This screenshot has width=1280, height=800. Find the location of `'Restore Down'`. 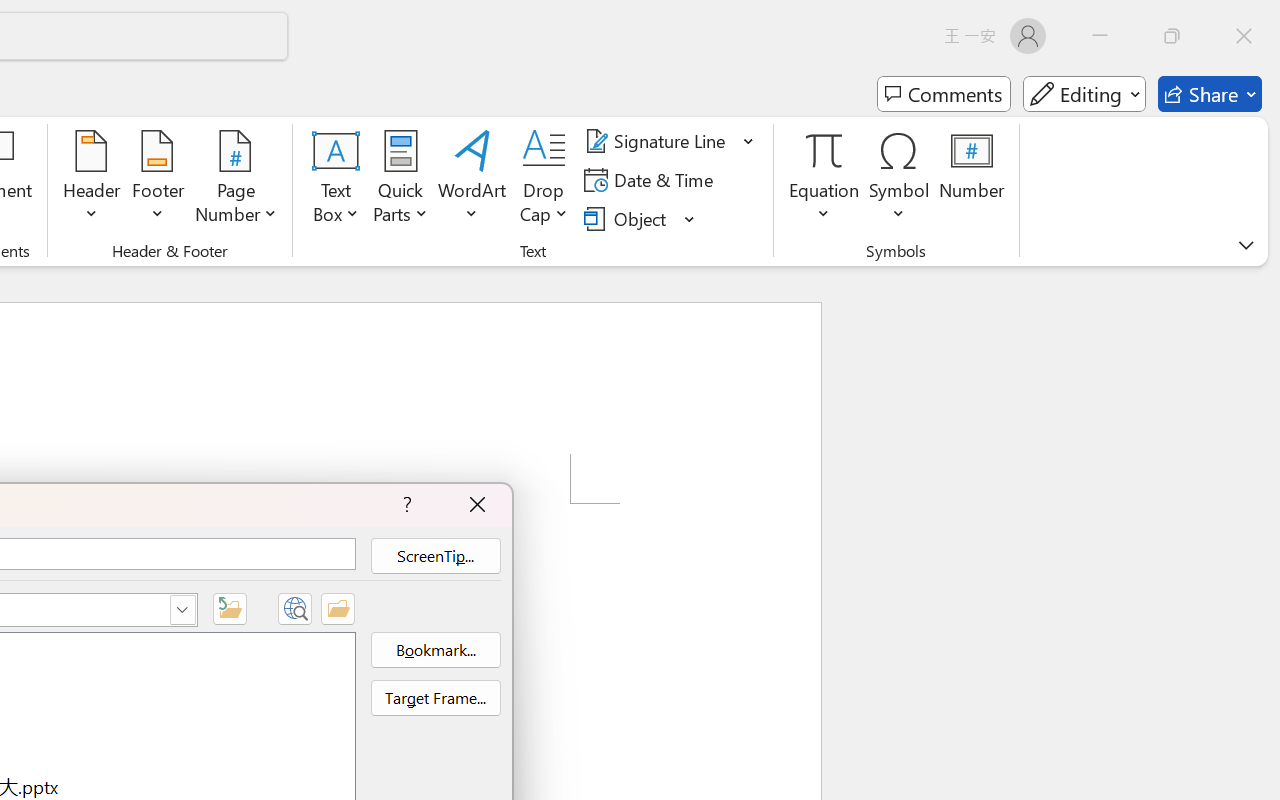

'Restore Down' is located at coordinates (1172, 35).